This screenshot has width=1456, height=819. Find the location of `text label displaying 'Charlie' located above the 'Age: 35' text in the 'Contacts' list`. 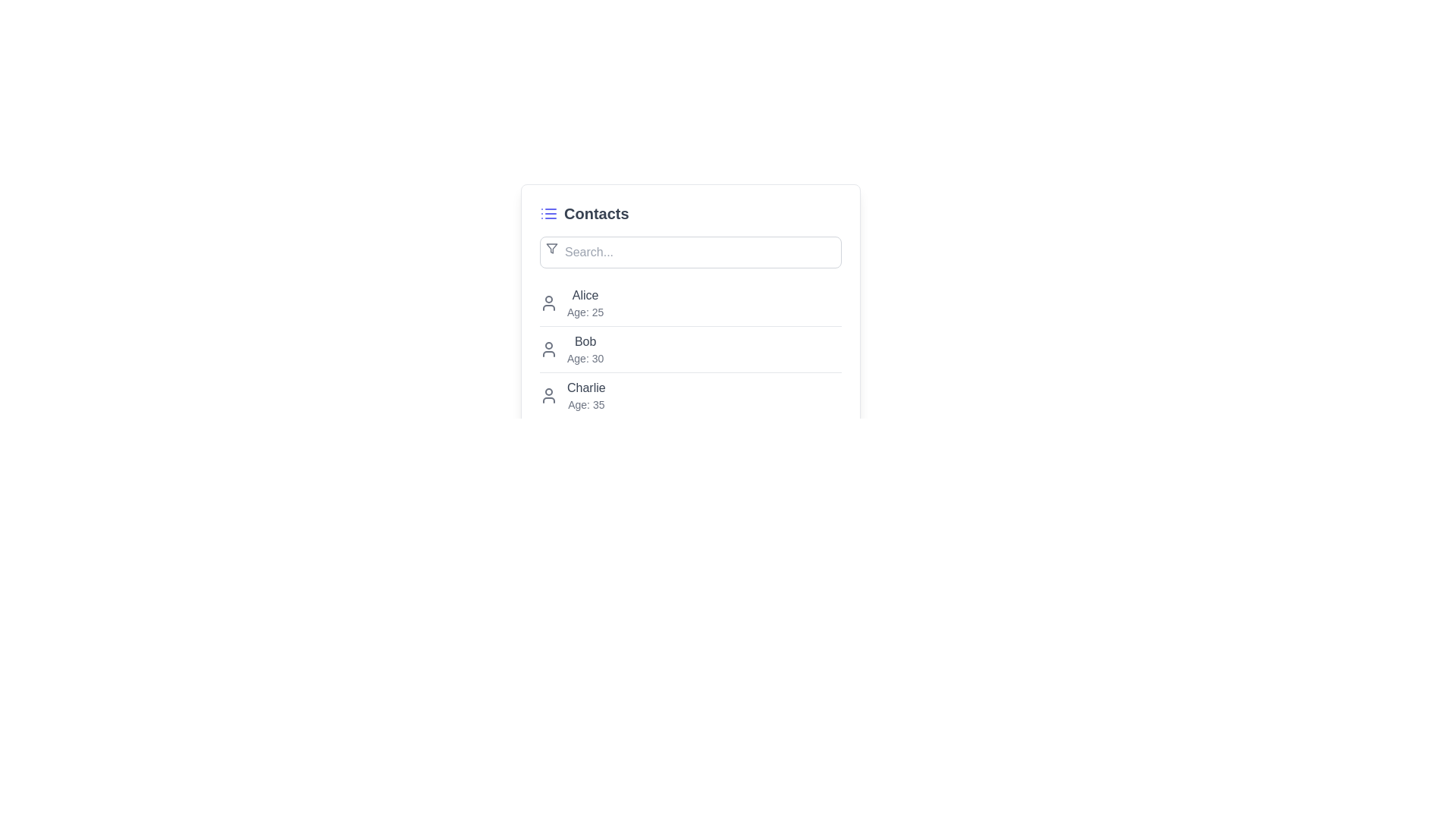

text label displaying 'Charlie' located above the 'Age: 35' text in the 'Contacts' list is located at coordinates (585, 388).